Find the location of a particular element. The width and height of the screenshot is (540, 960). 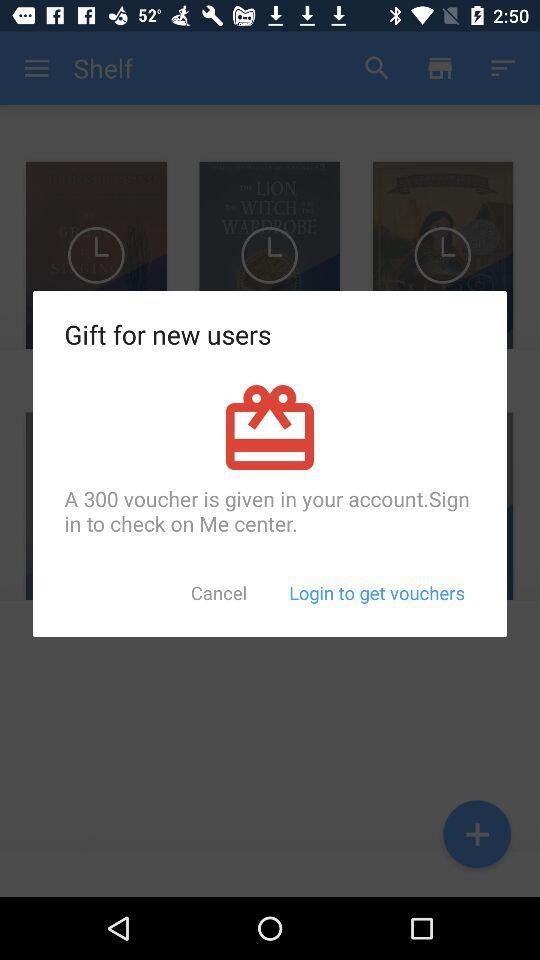

the search icon is located at coordinates (377, 68).